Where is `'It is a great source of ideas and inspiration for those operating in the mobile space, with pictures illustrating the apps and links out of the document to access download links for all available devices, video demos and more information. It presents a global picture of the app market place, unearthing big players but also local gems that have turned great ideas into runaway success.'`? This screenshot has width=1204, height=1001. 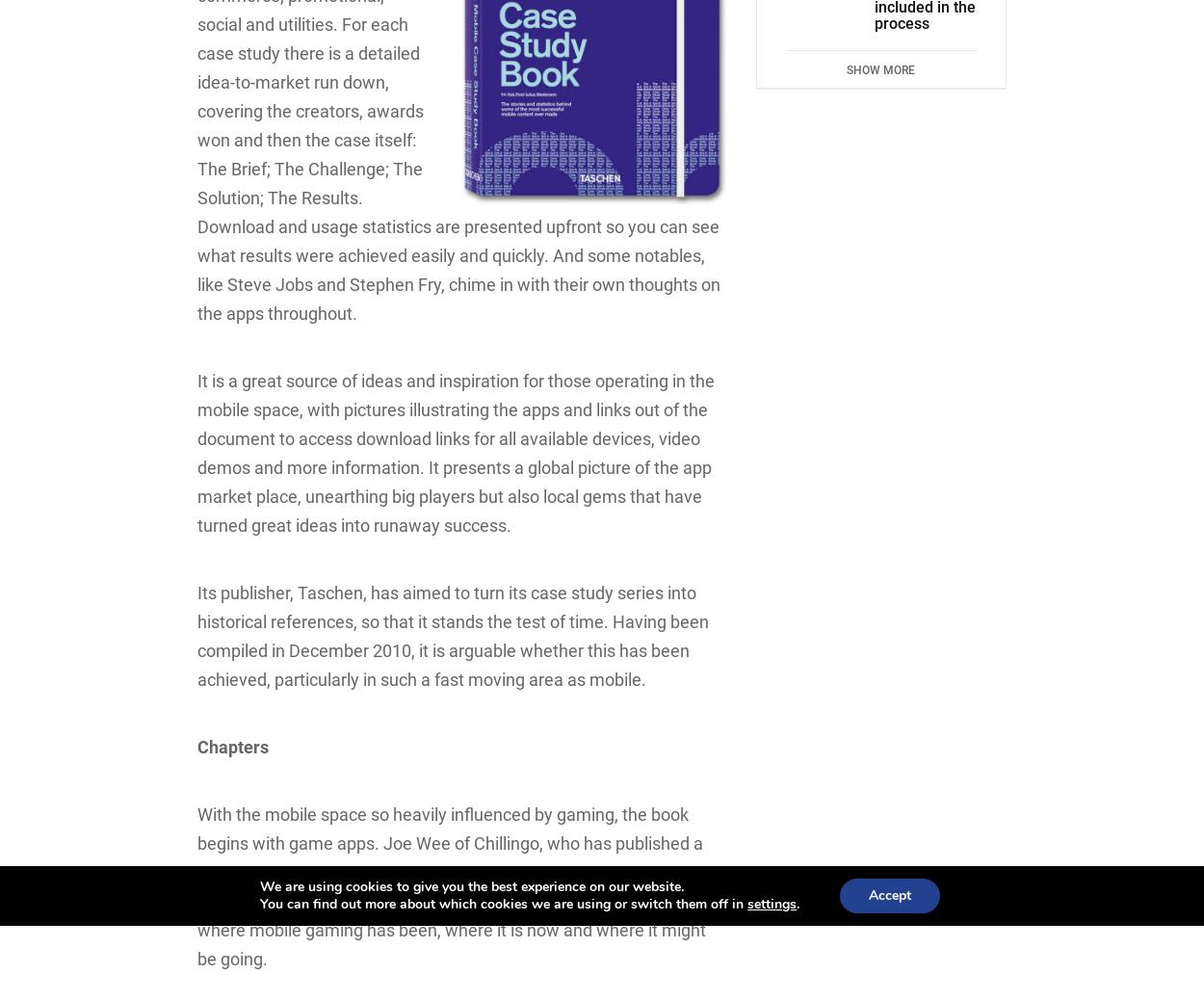
'It is a great source of ideas and inspiration for those operating in the mobile space, with pictures illustrating the apps and links out of the document to access download links for all available devices, video demos and more information. It presents a global picture of the app market place, unearthing big players but also local gems that have turned great ideas into runaway success.' is located at coordinates (455, 452).